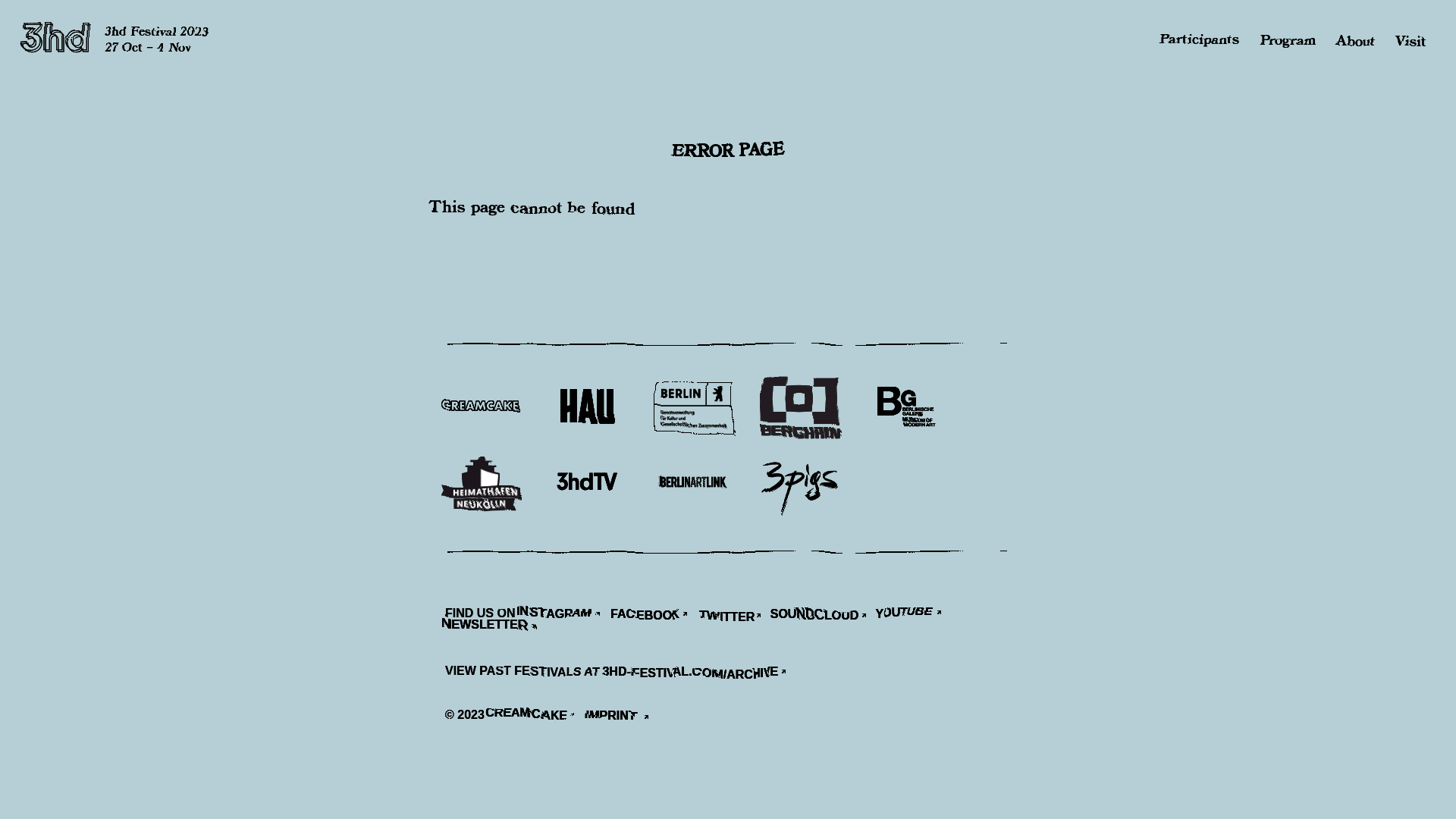 The height and width of the screenshot is (819, 1456). I want to click on 'SOUNDCLOUD', so click(822, 615).